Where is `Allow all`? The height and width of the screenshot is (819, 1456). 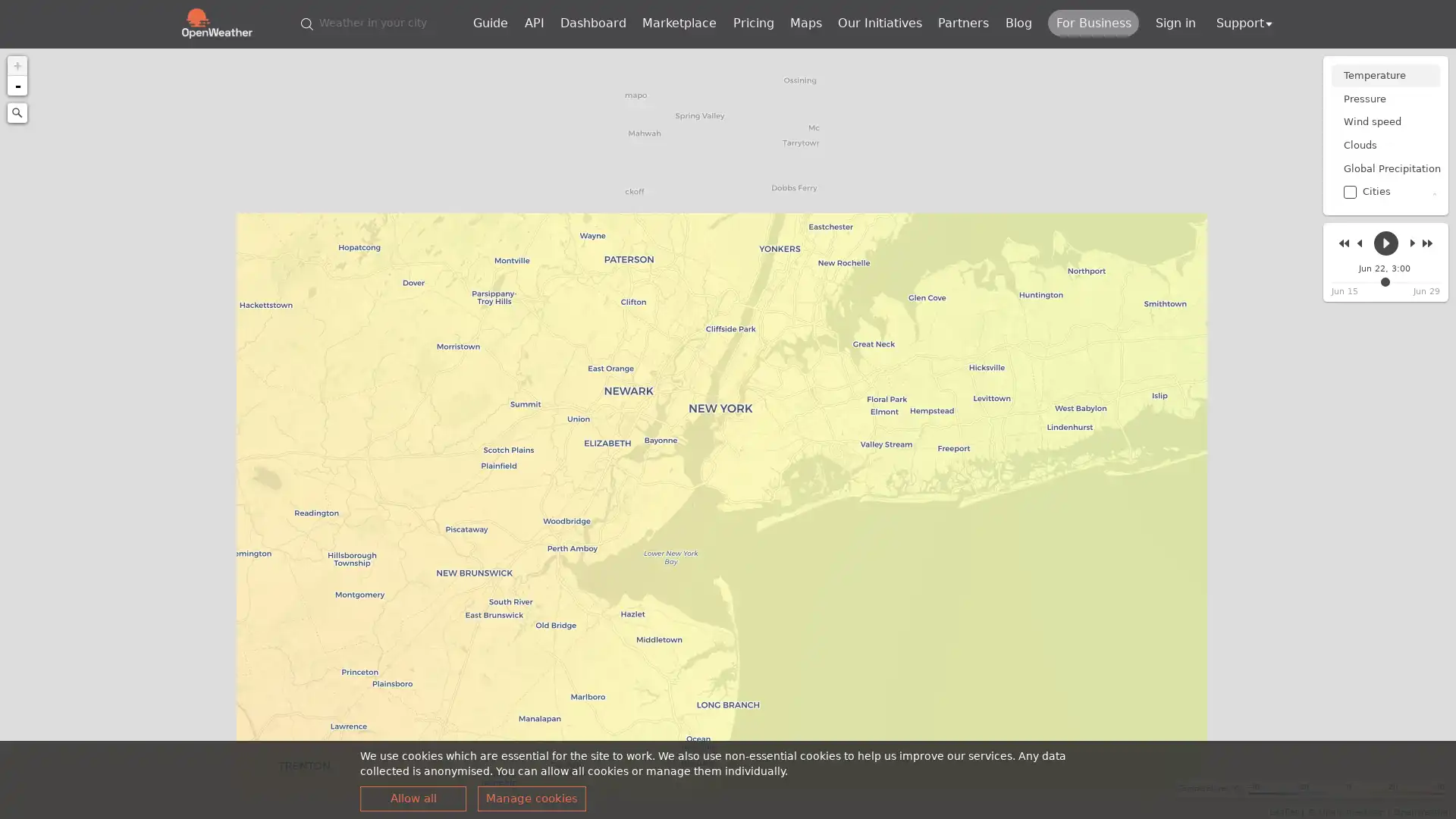
Allow all is located at coordinates (413, 798).